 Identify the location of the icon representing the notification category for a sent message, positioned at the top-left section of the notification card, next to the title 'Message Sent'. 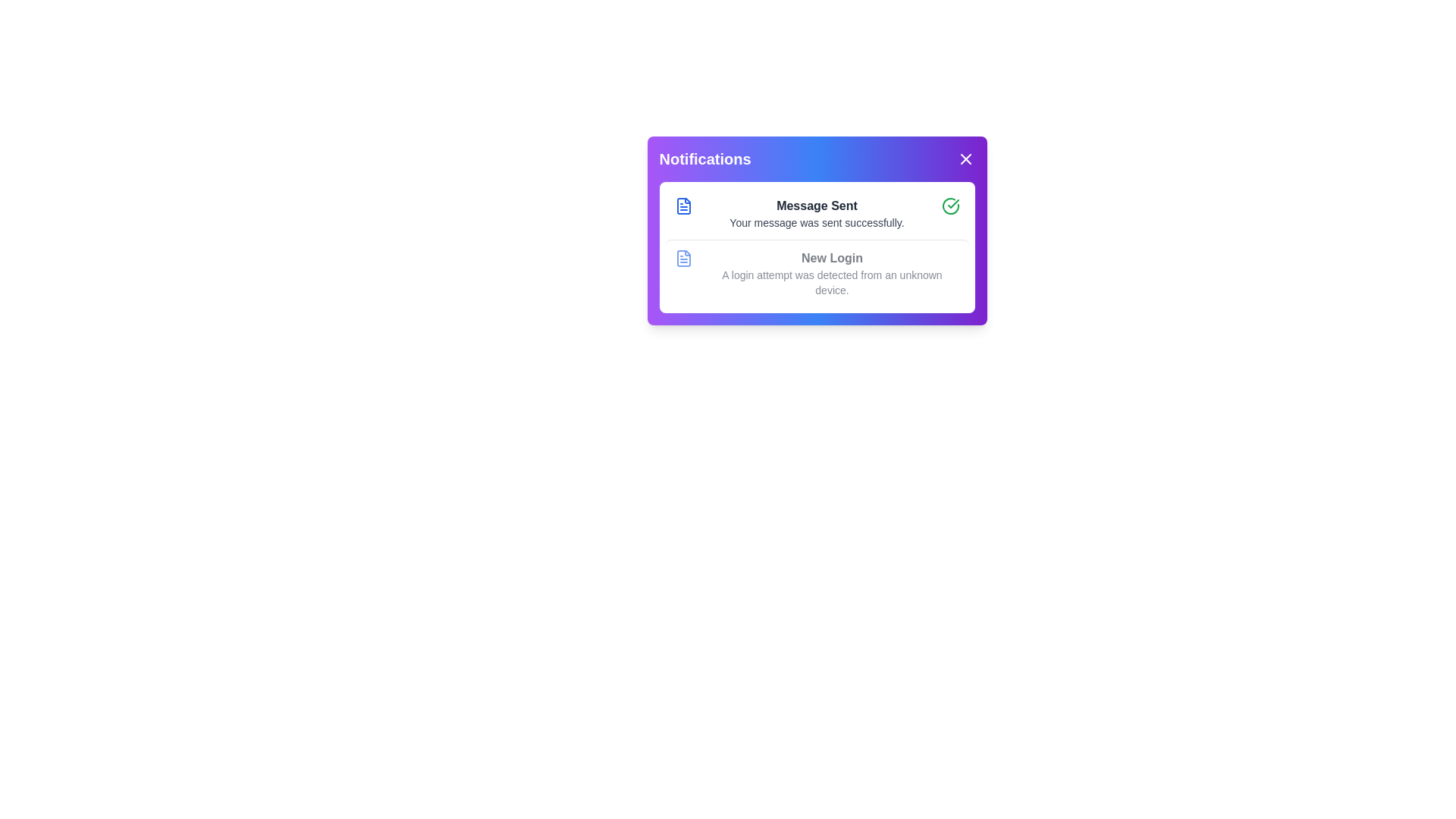
(682, 206).